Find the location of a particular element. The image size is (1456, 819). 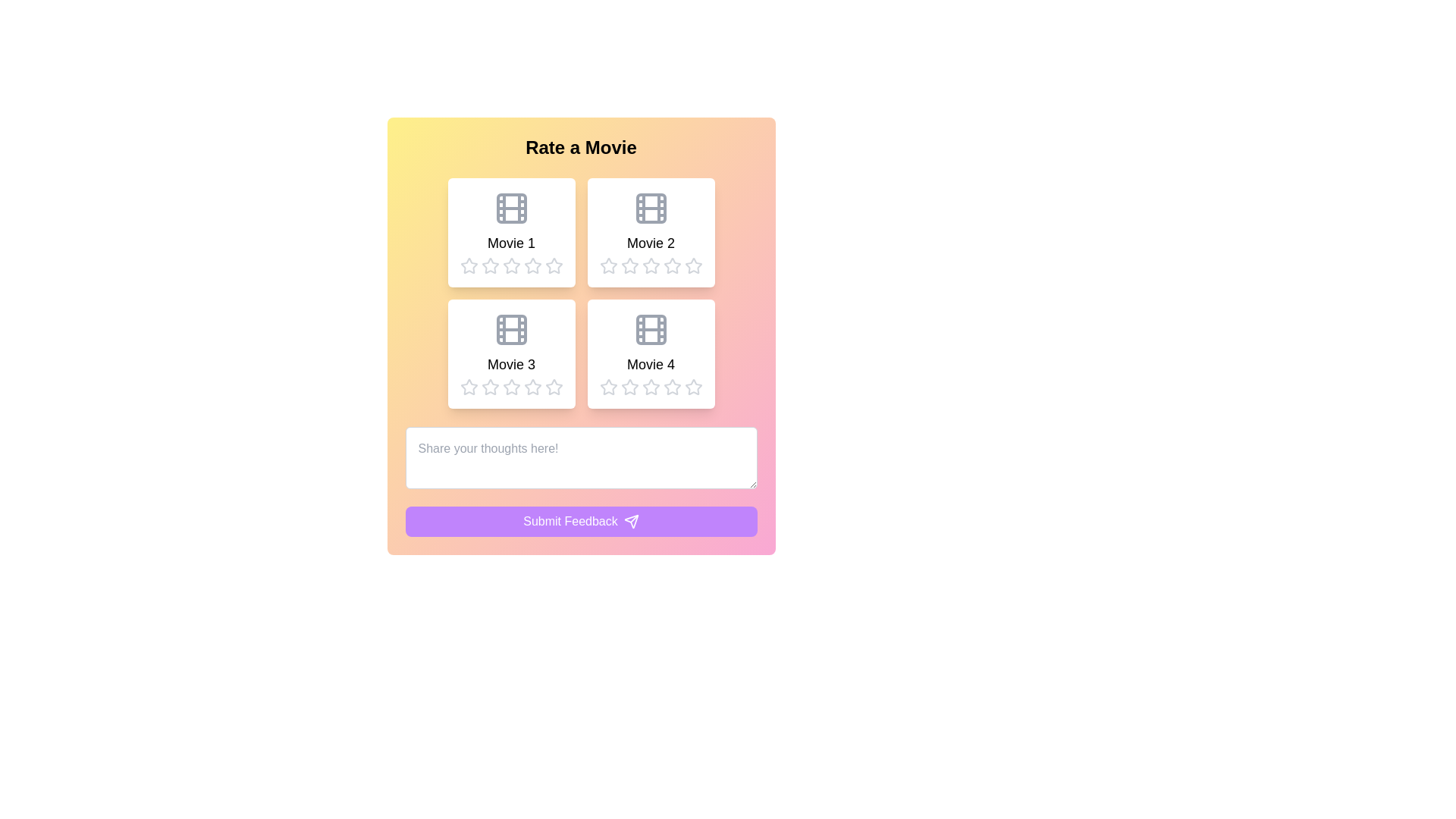

the 'Submit Feedback' button located at the bottom center of the bordered card layout is located at coordinates (580, 520).